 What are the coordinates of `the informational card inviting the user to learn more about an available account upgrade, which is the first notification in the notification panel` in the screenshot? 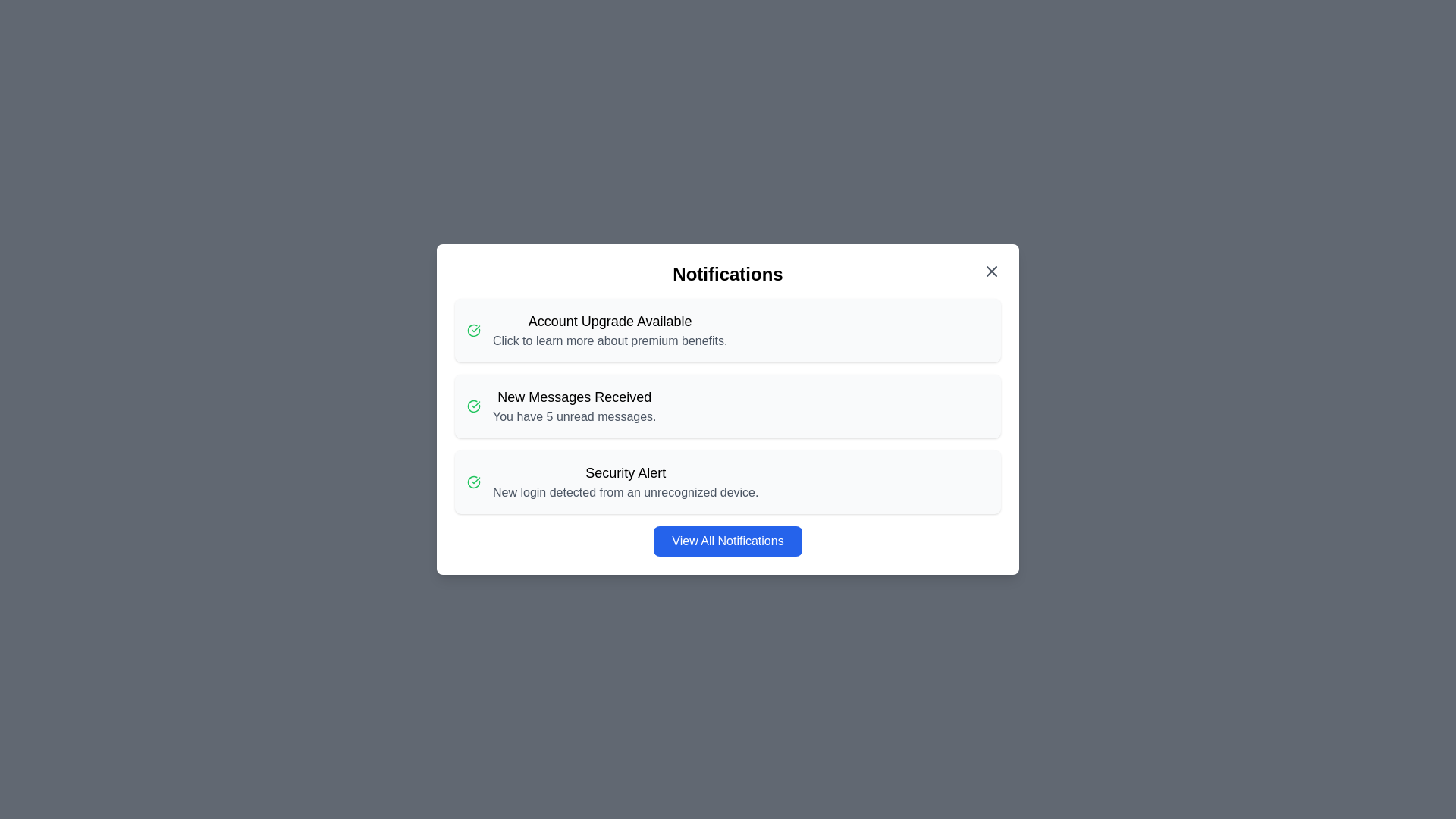 It's located at (728, 329).